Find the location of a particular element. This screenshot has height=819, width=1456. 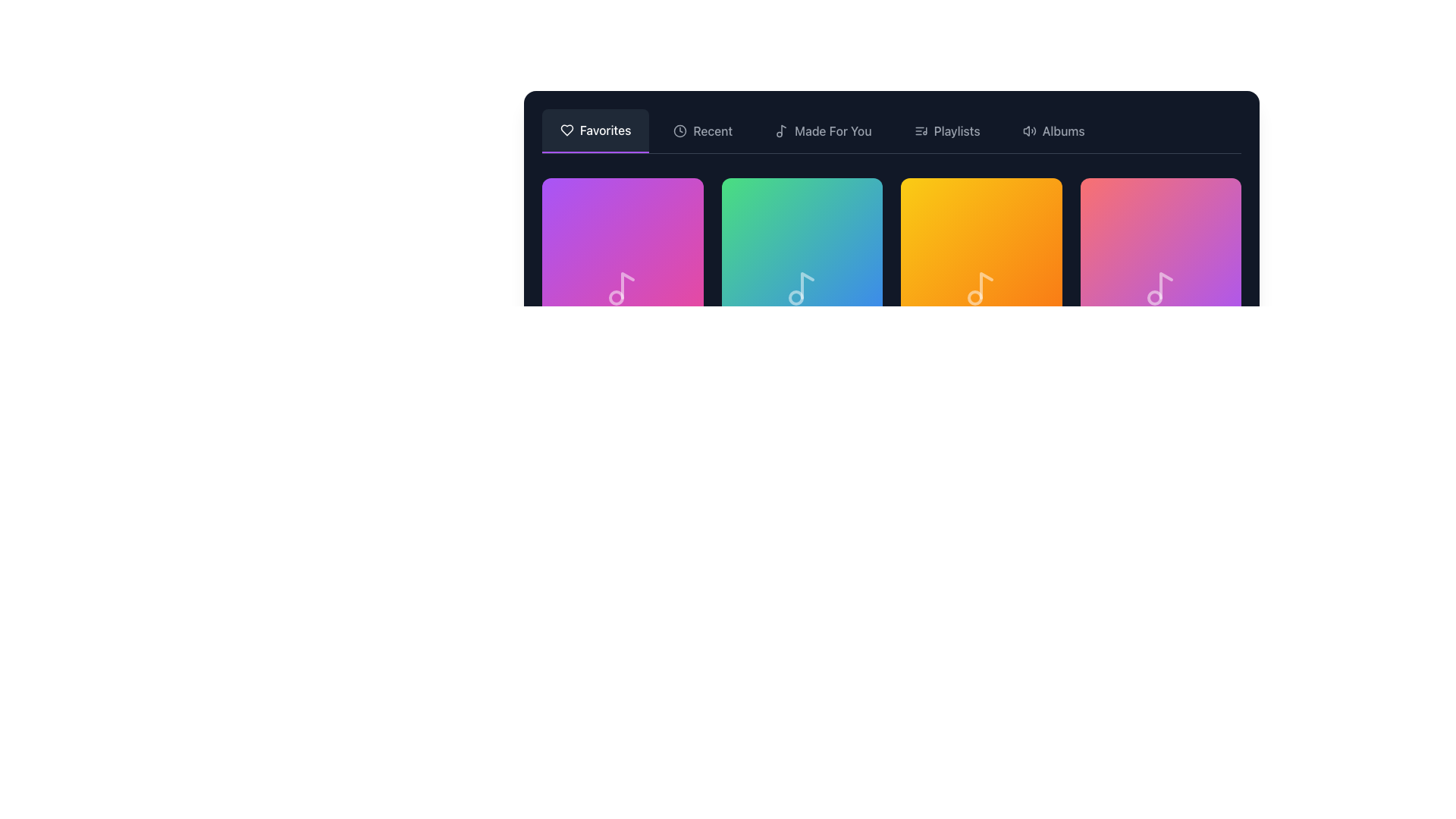

the 'Favorites' button located at the top of the interface is located at coordinates (595, 130).